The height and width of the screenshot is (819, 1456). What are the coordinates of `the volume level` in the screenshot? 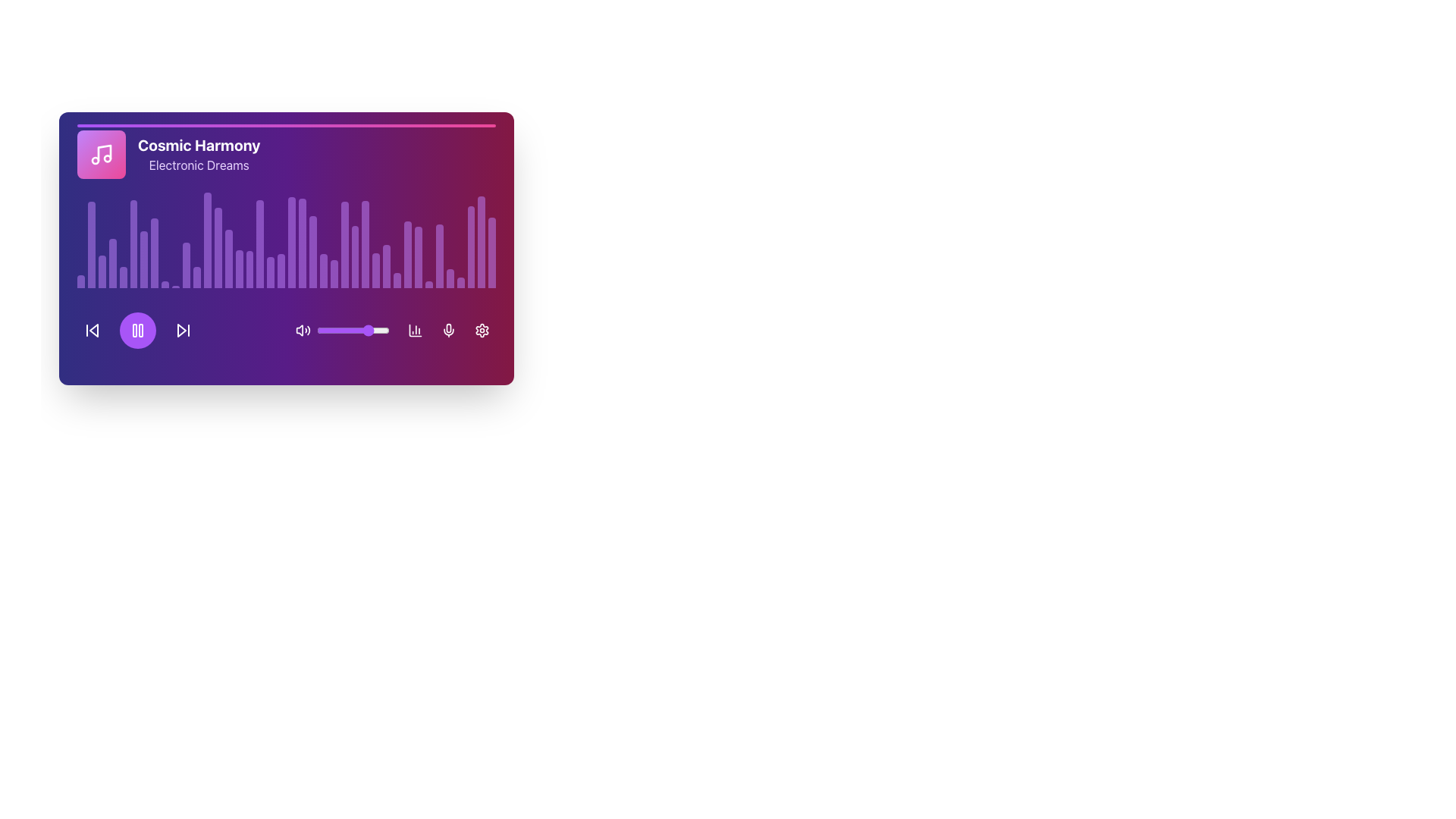 It's located at (385, 329).